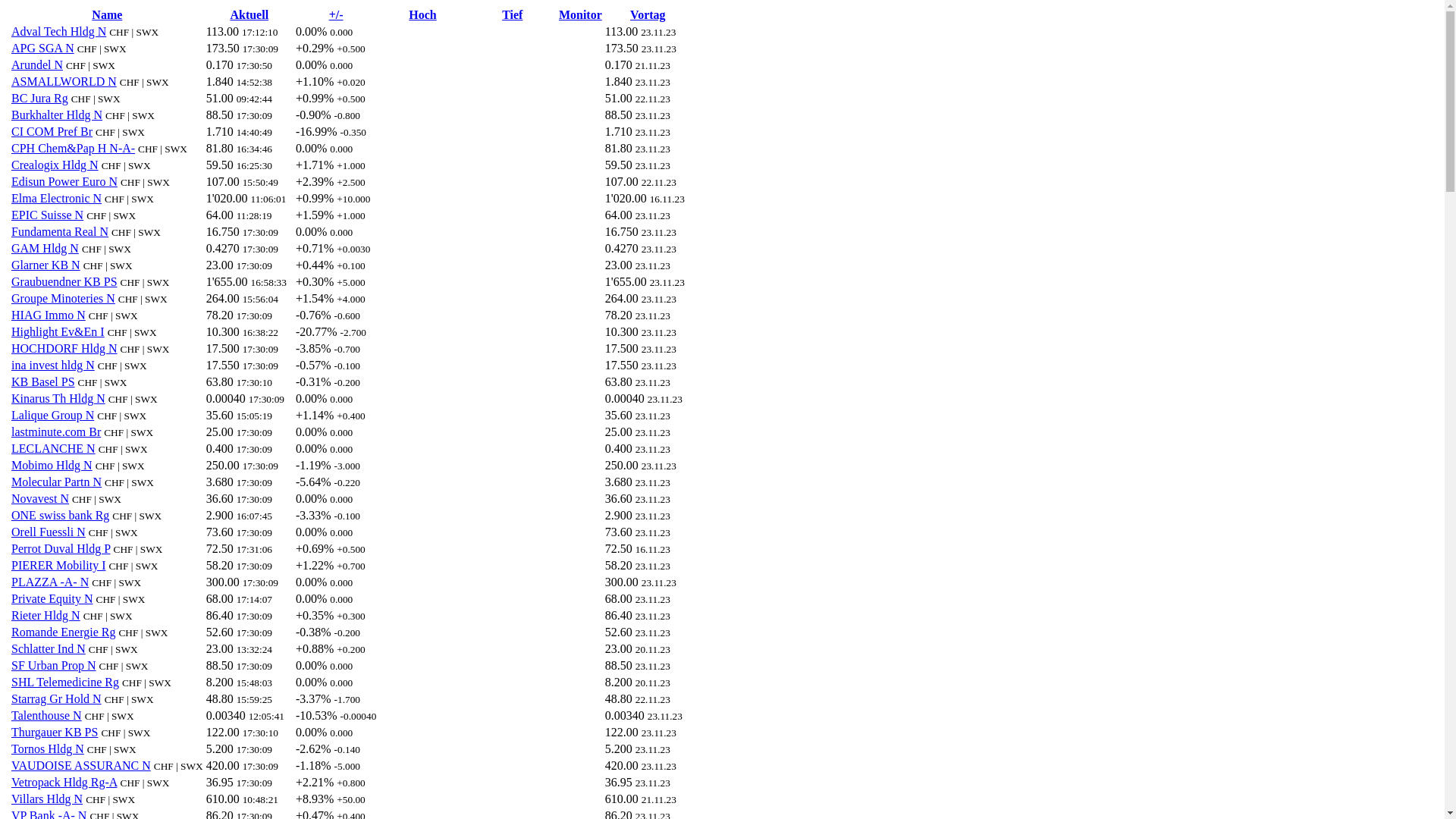 Image resolution: width=1456 pixels, height=819 pixels. Describe the element at coordinates (36, 64) in the screenshot. I see `'Arundel N'` at that location.